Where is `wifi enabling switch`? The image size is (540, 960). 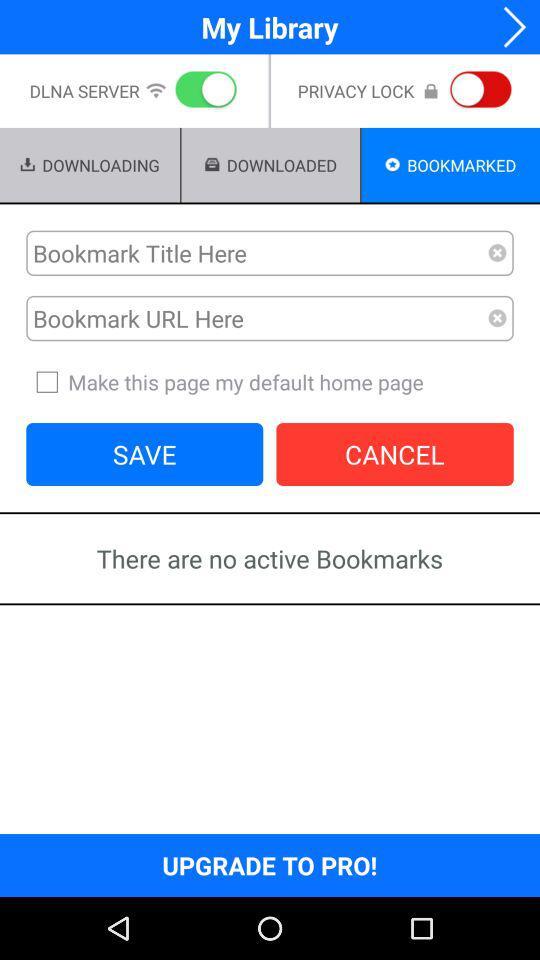
wifi enabling switch is located at coordinates (202, 91).